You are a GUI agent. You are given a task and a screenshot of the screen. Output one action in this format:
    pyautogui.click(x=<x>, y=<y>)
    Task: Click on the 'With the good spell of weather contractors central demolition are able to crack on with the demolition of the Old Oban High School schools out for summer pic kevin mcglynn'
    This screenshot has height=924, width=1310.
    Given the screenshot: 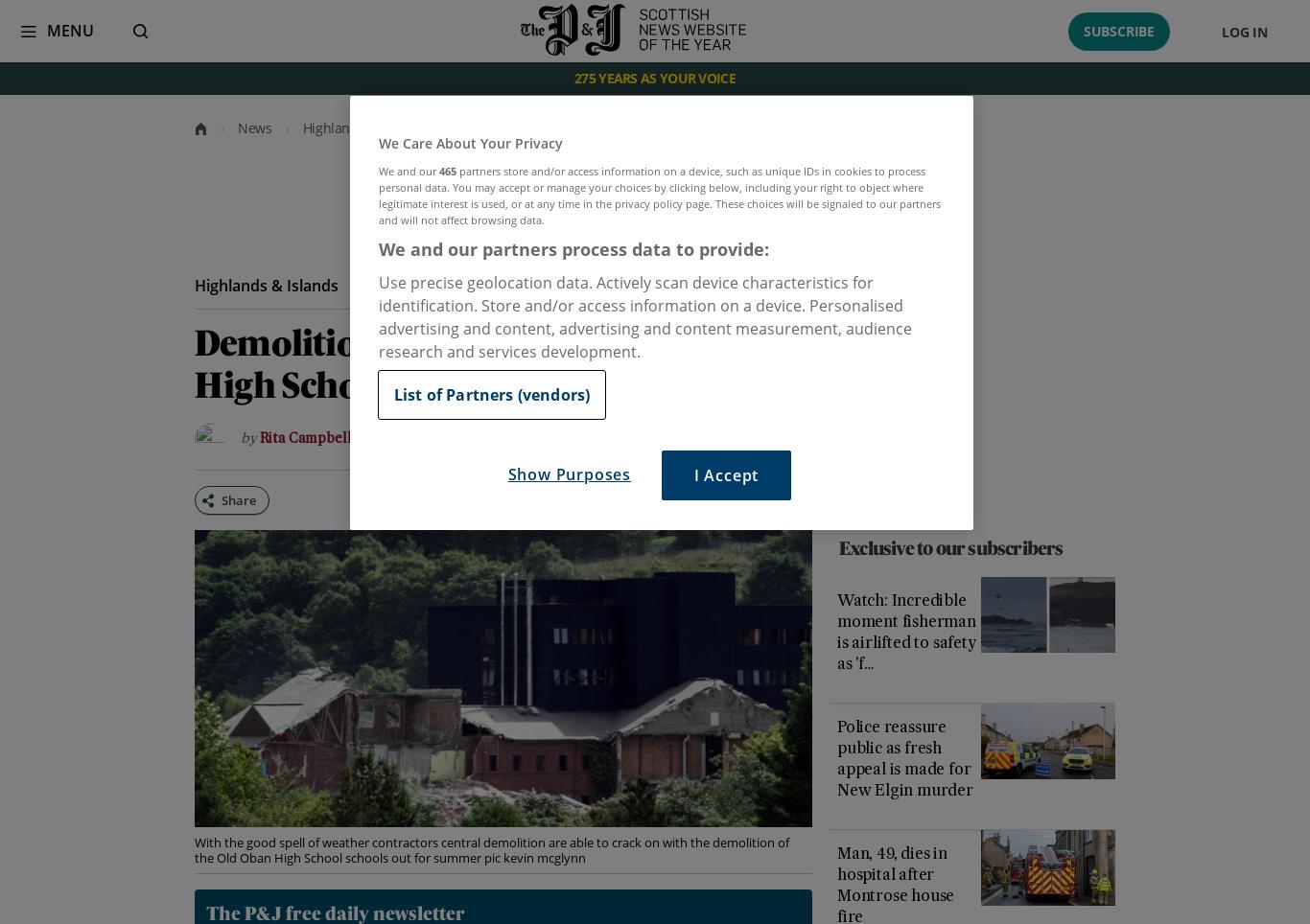 What is the action you would take?
    pyautogui.click(x=490, y=848)
    